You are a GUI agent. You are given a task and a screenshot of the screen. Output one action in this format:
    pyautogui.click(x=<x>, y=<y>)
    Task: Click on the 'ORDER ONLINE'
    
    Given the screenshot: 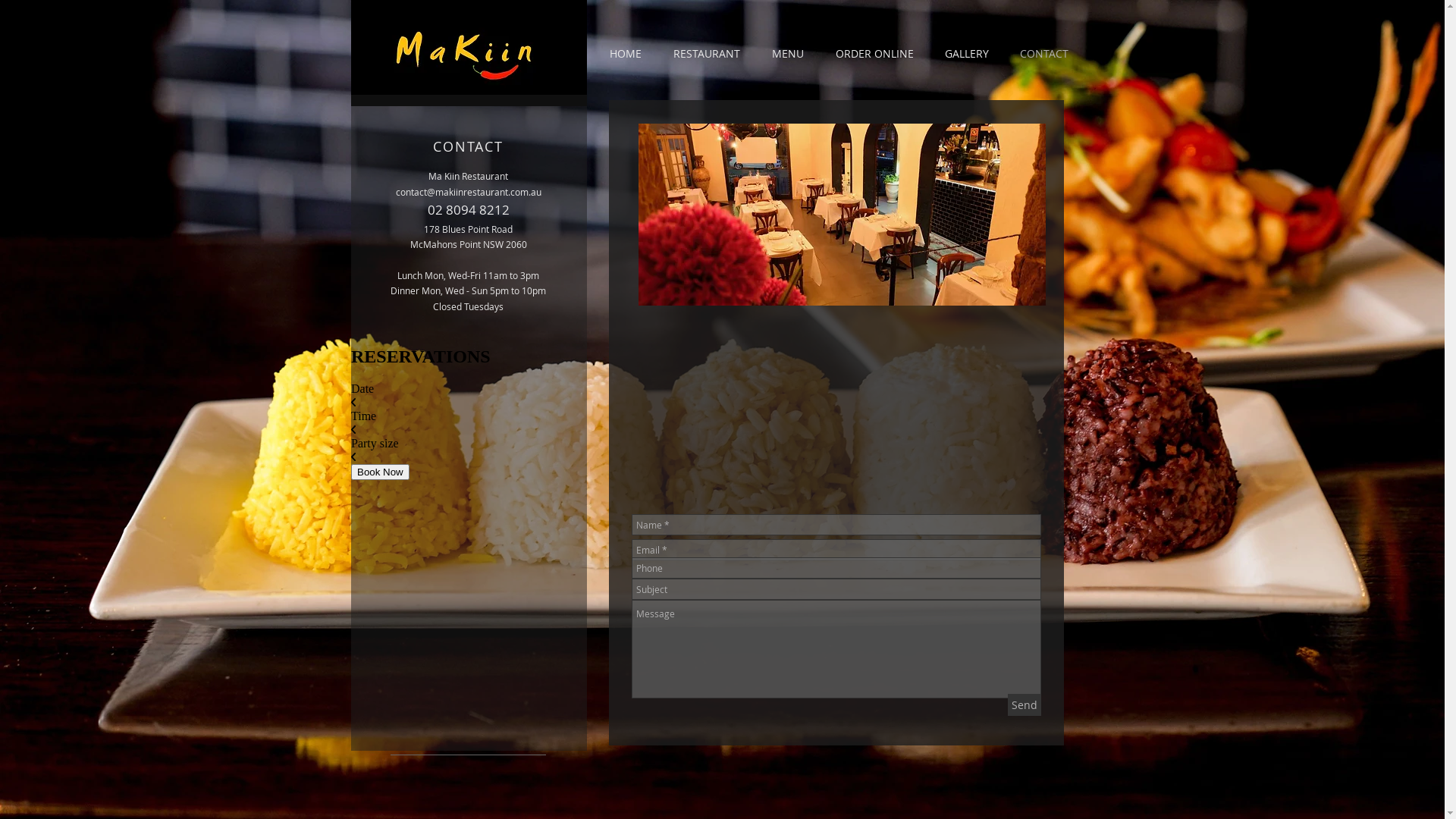 What is the action you would take?
    pyautogui.click(x=874, y=52)
    